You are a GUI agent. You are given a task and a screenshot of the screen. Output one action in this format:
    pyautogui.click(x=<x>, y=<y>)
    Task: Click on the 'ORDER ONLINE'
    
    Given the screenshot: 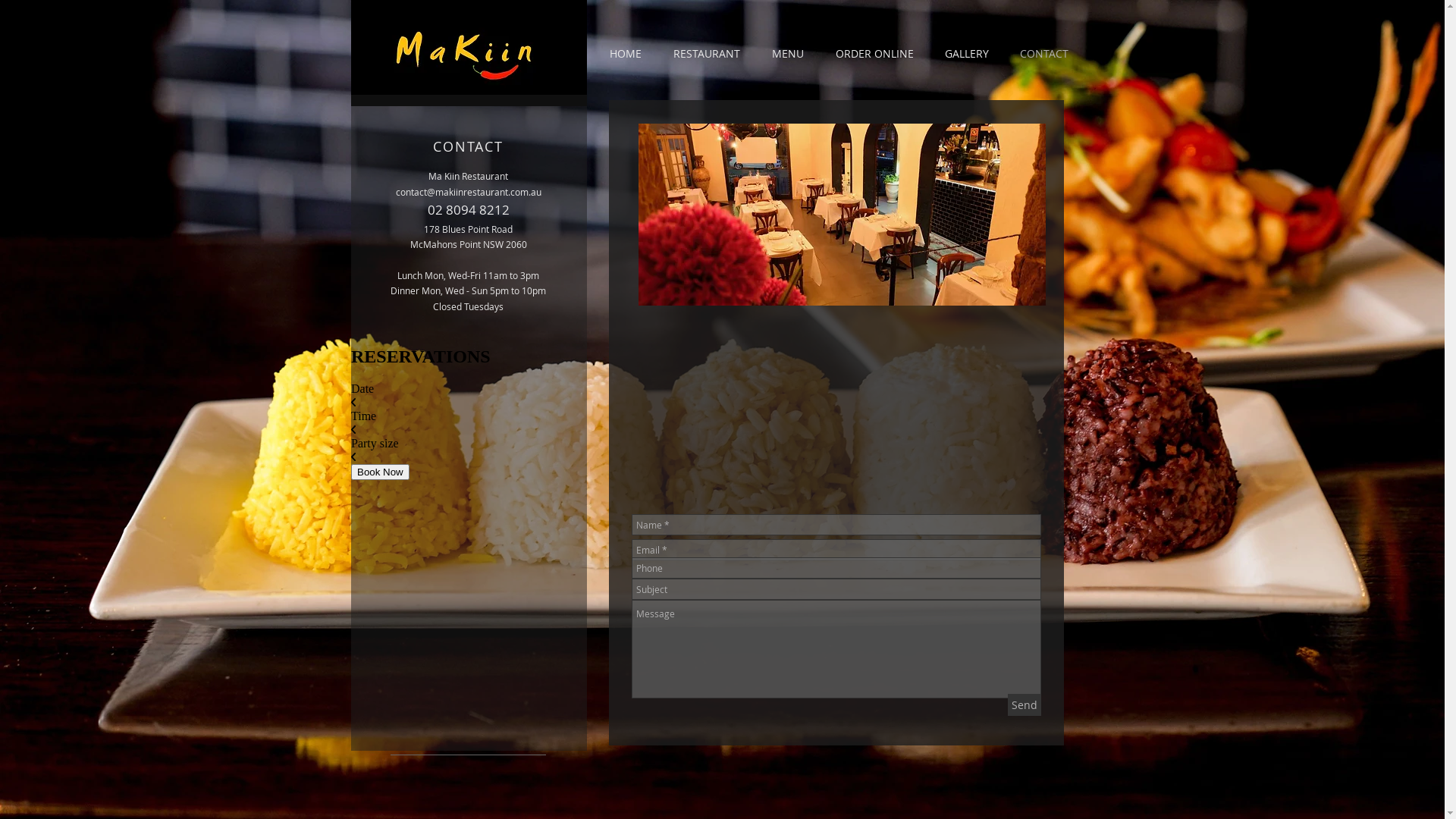 What is the action you would take?
    pyautogui.click(x=874, y=52)
    